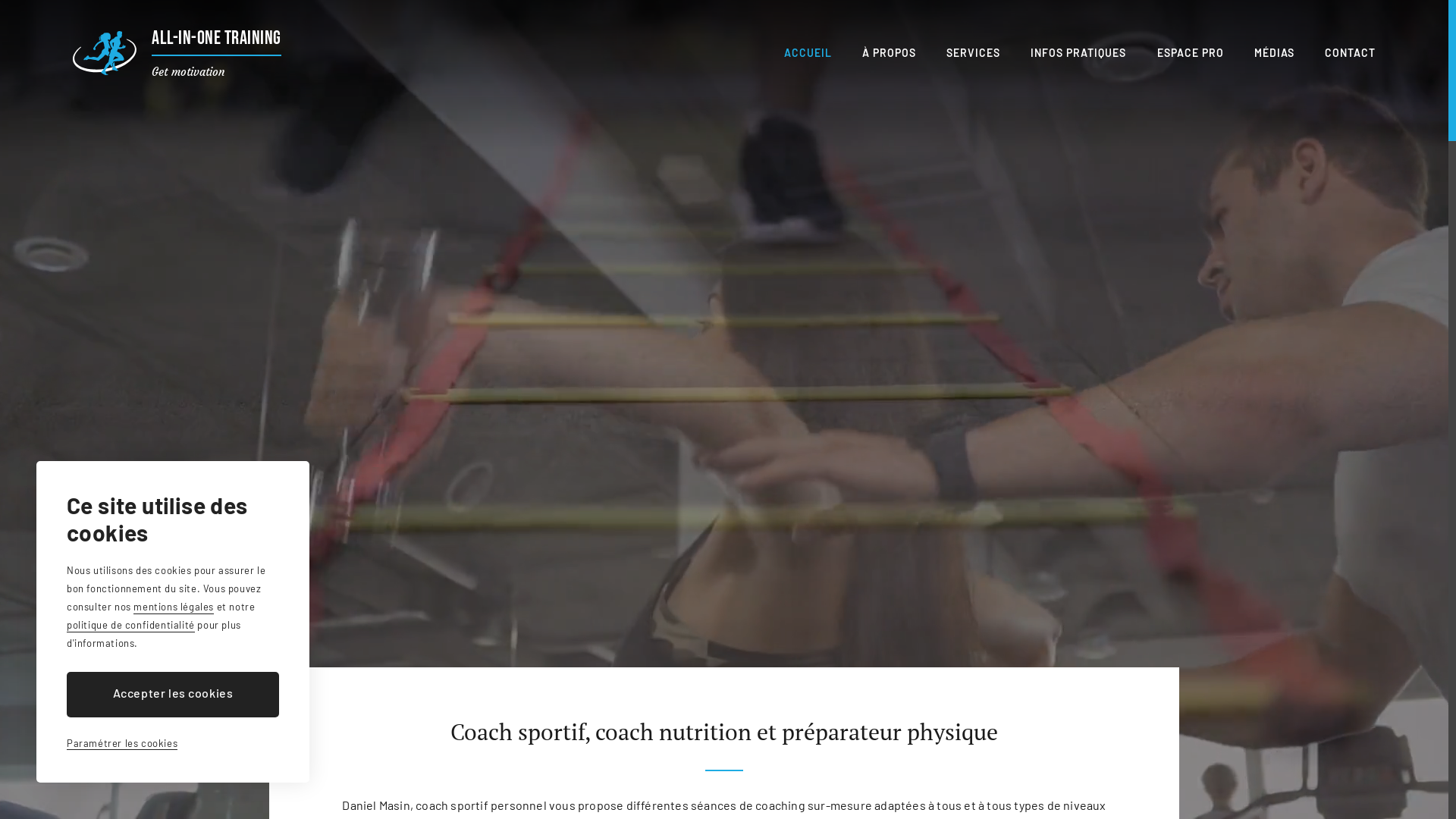  What do you see at coordinates (72, 52) in the screenshot?
I see `'ALL-IN-ONE TRAINING` at bounding box center [72, 52].